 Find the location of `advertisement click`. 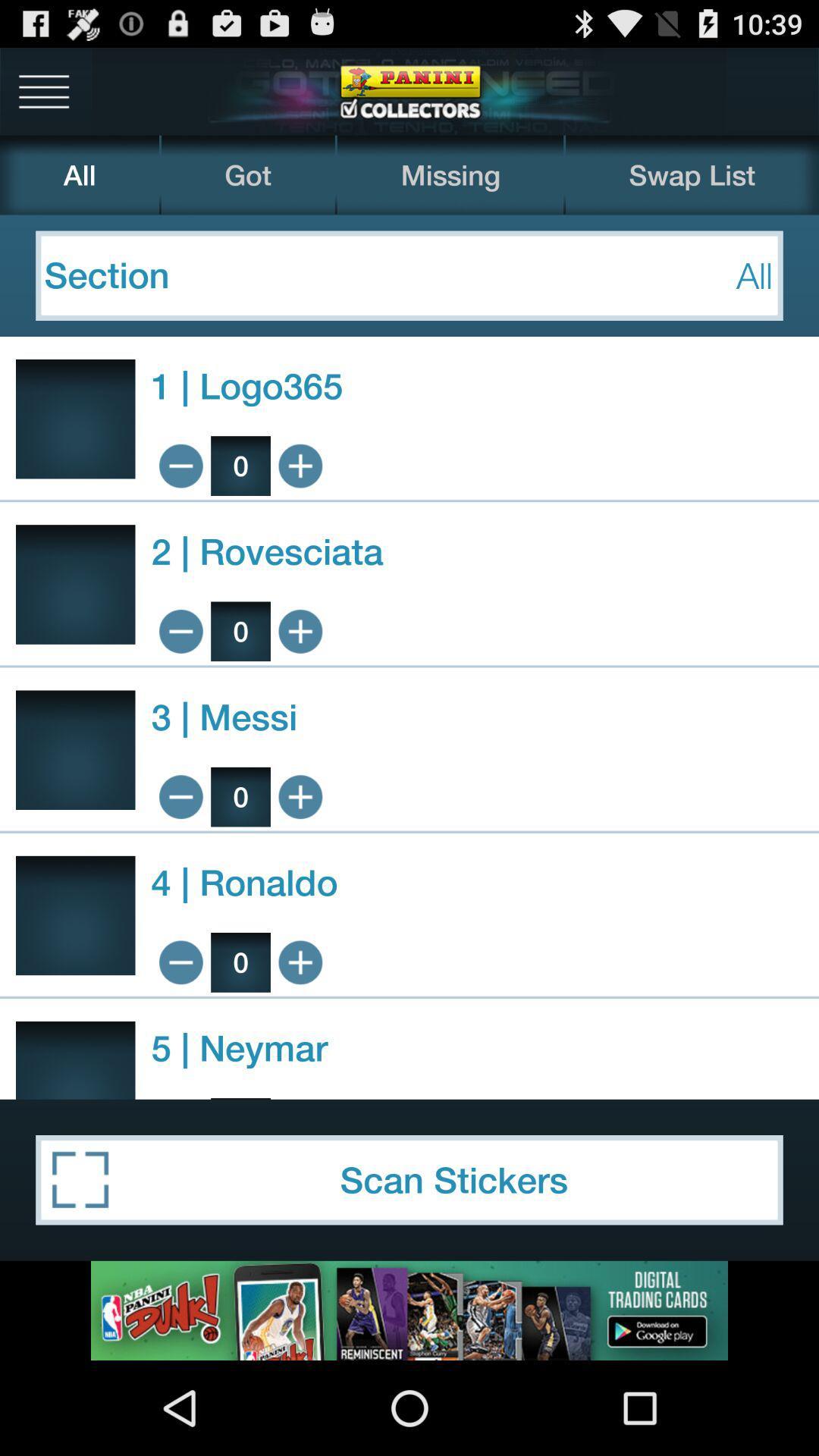

advertisement click is located at coordinates (409, 1310).